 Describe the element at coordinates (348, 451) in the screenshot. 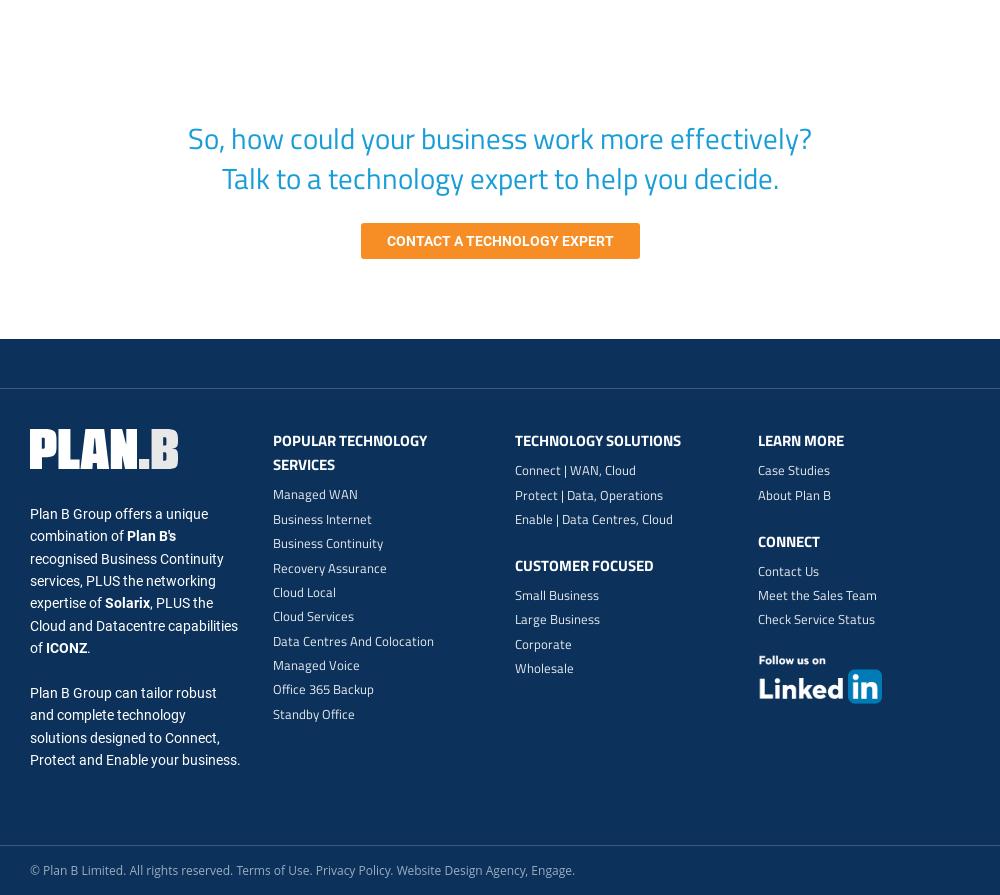

I see `'Popular Technology Services'` at that location.